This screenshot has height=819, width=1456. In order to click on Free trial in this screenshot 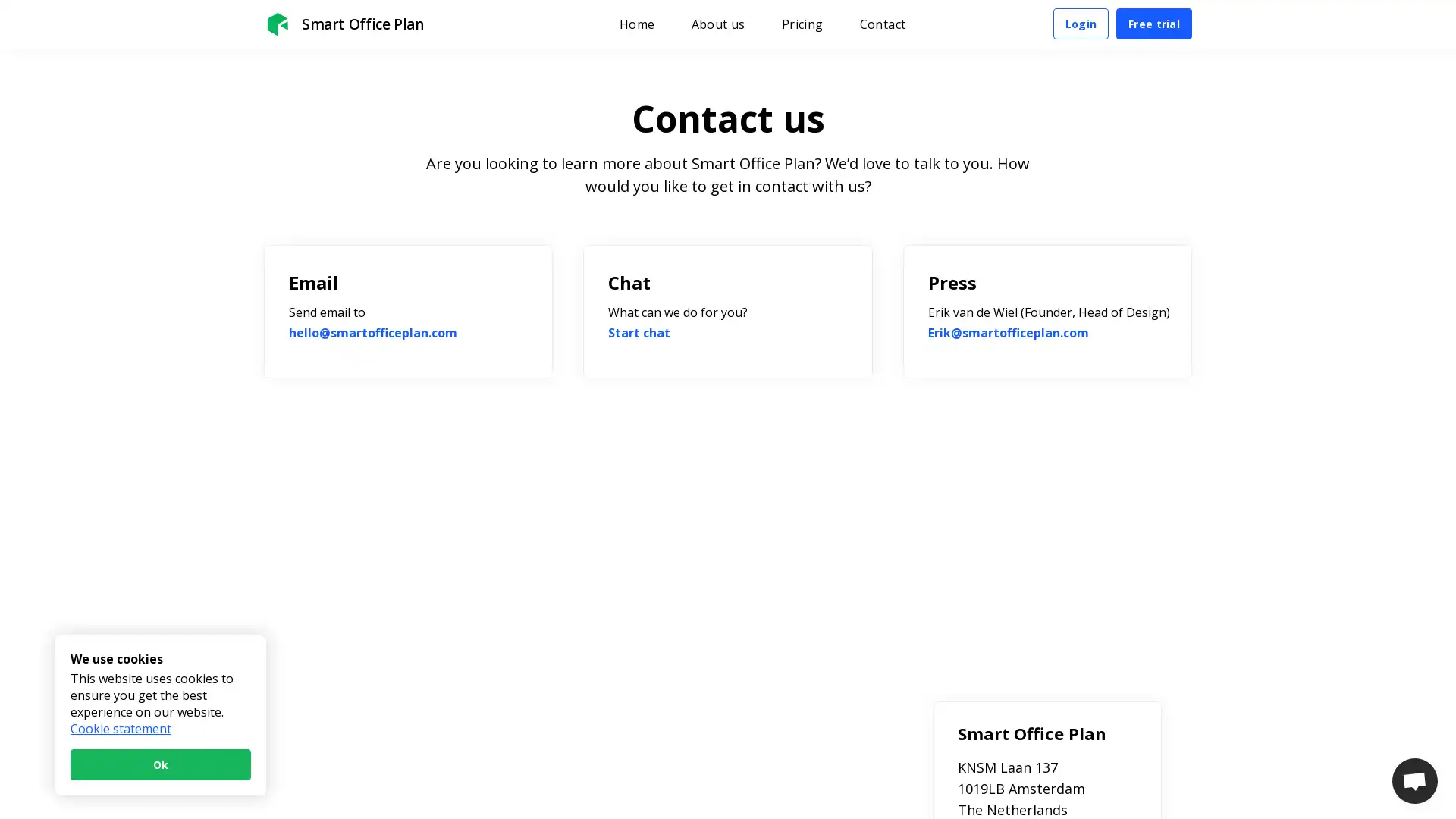, I will do `click(1153, 24)`.